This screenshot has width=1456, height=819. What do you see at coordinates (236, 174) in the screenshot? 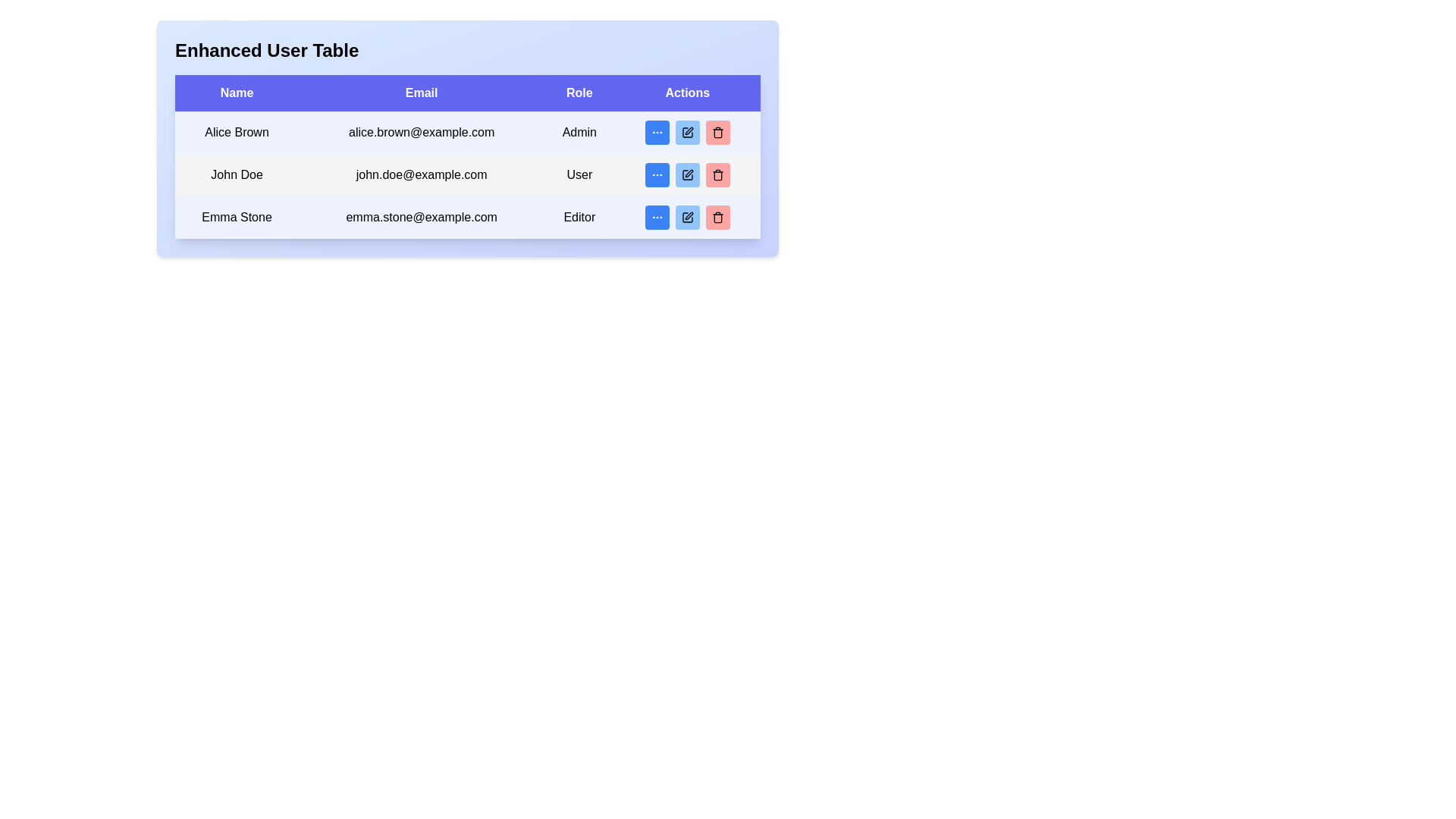
I see `the Static Text element displaying 'John Doe', which is located in the second row of a table under the 'Name' column` at bounding box center [236, 174].